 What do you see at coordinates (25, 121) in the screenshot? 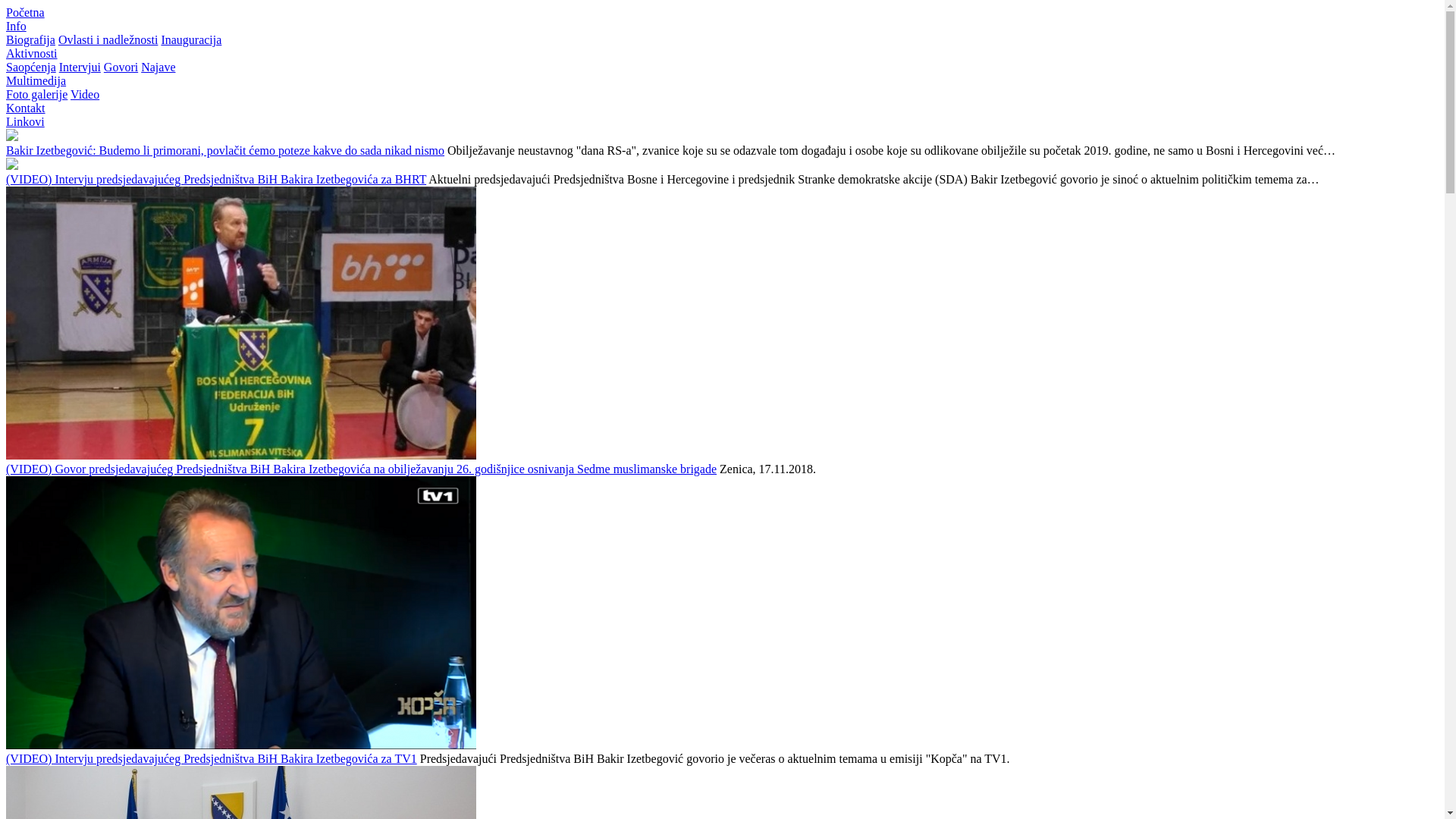
I see `'Linkovi'` at bounding box center [25, 121].